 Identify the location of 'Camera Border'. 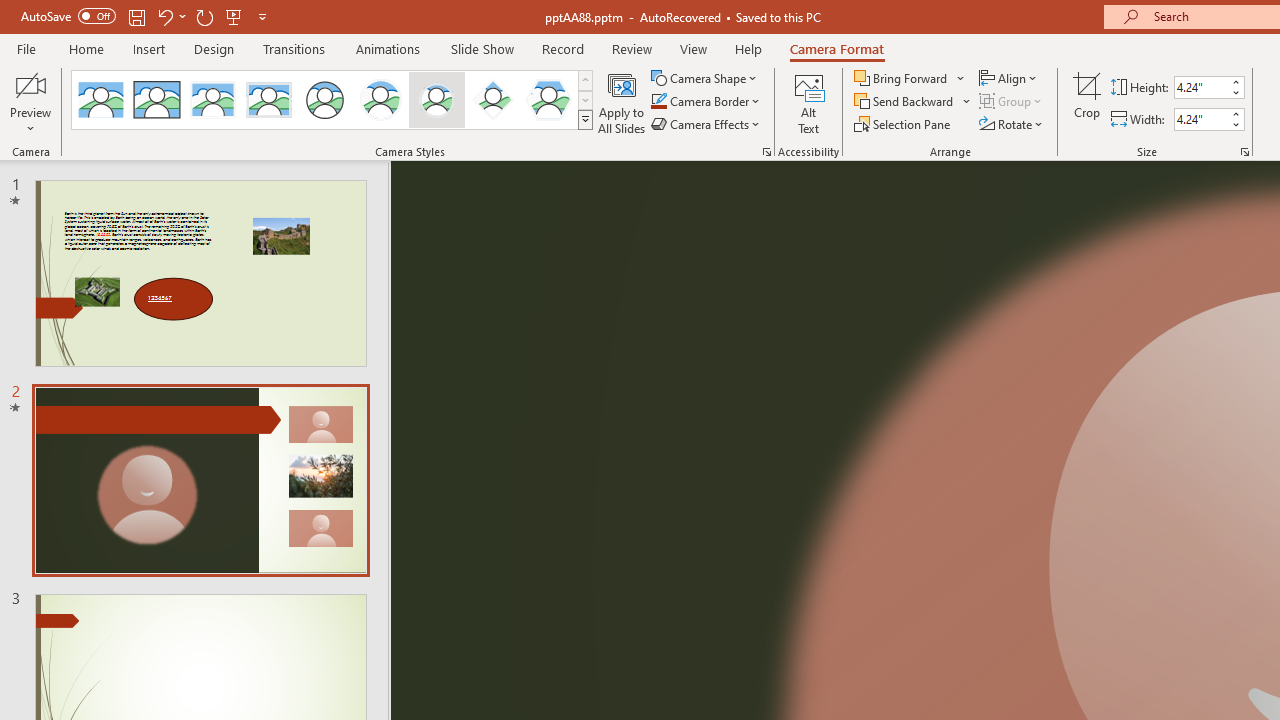
(706, 101).